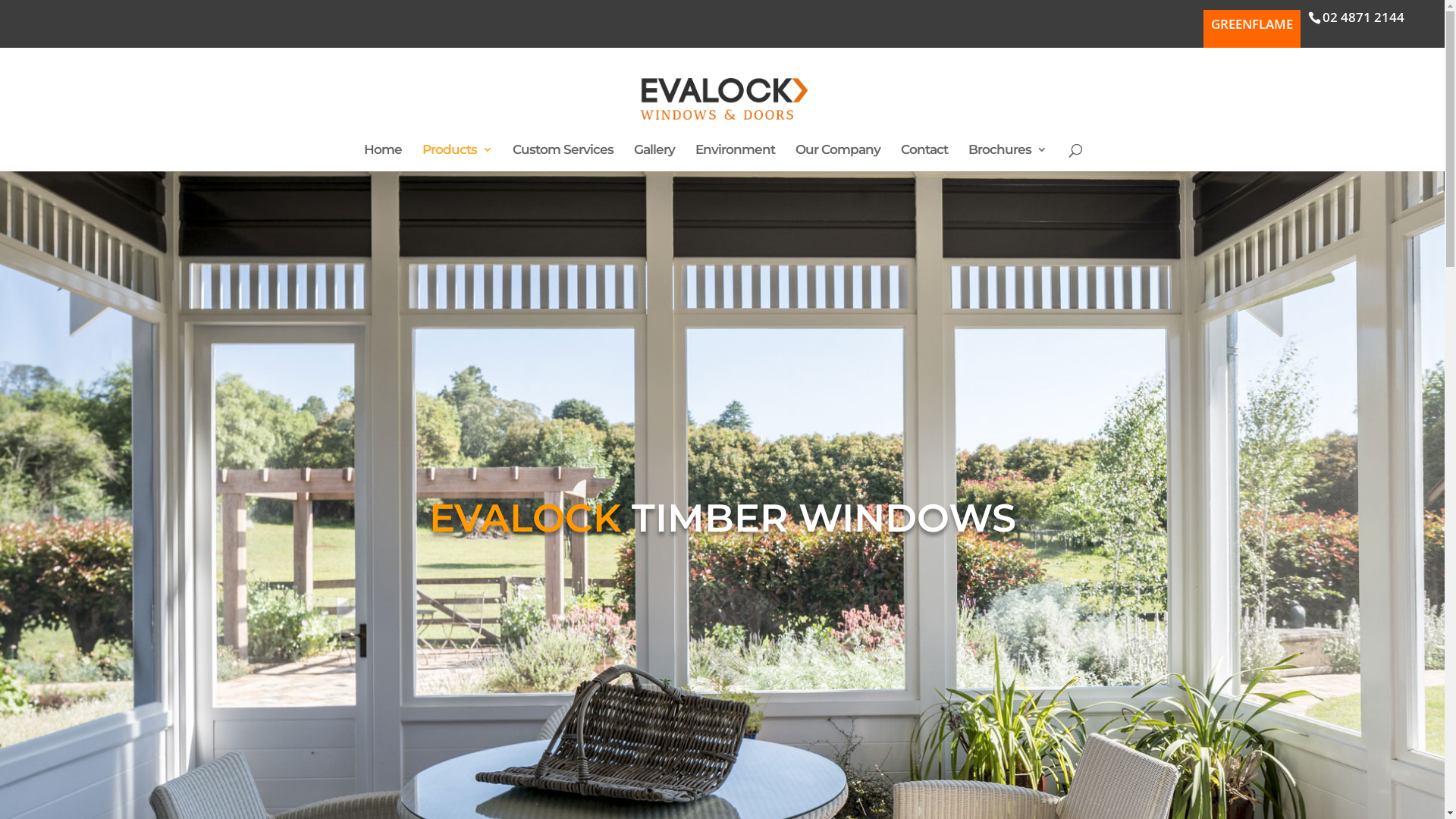 Image resolution: width=1456 pixels, height=819 pixels. Describe the element at coordinates (457, 158) in the screenshot. I see `'Products'` at that location.